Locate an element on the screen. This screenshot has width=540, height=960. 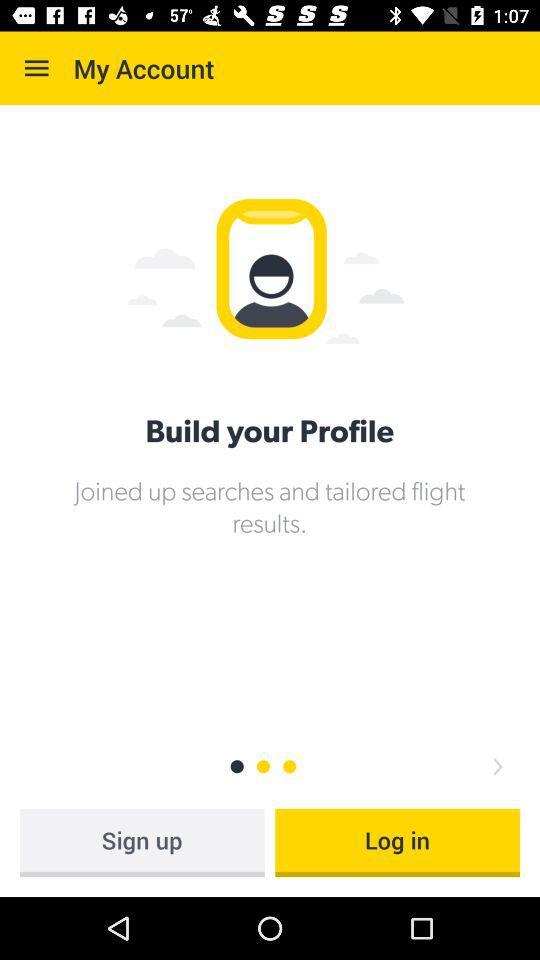
the item next to my account item is located at coordinates (36, 68).